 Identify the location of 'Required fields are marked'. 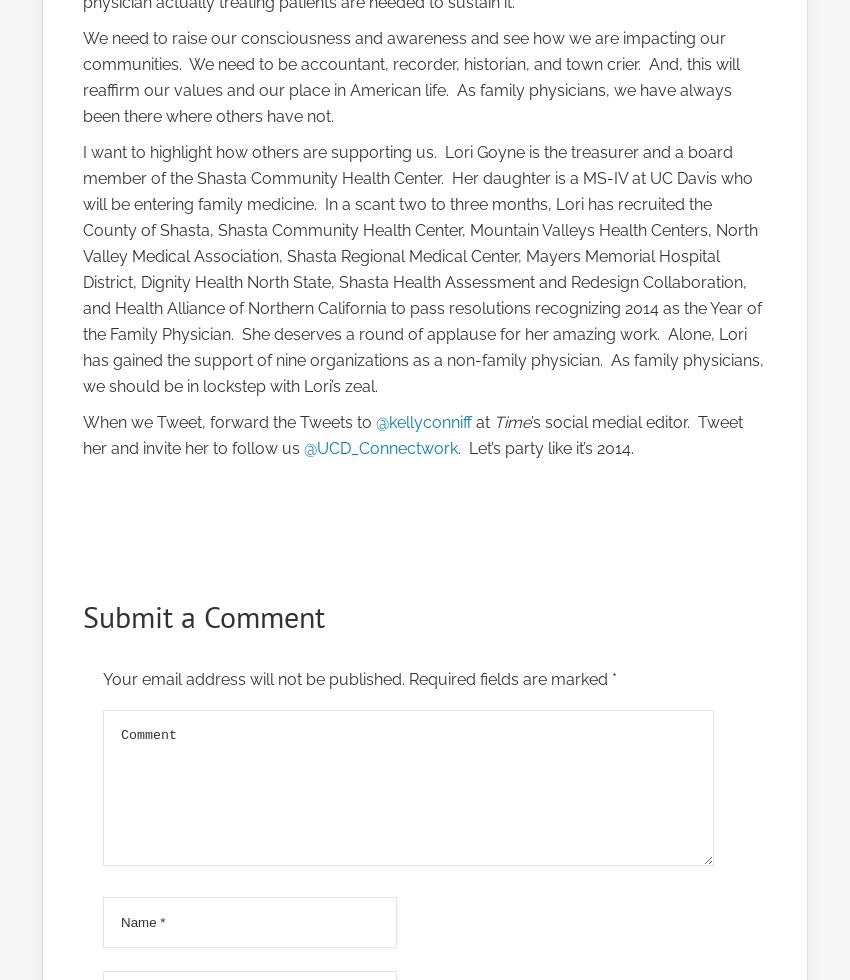
(508, 679).